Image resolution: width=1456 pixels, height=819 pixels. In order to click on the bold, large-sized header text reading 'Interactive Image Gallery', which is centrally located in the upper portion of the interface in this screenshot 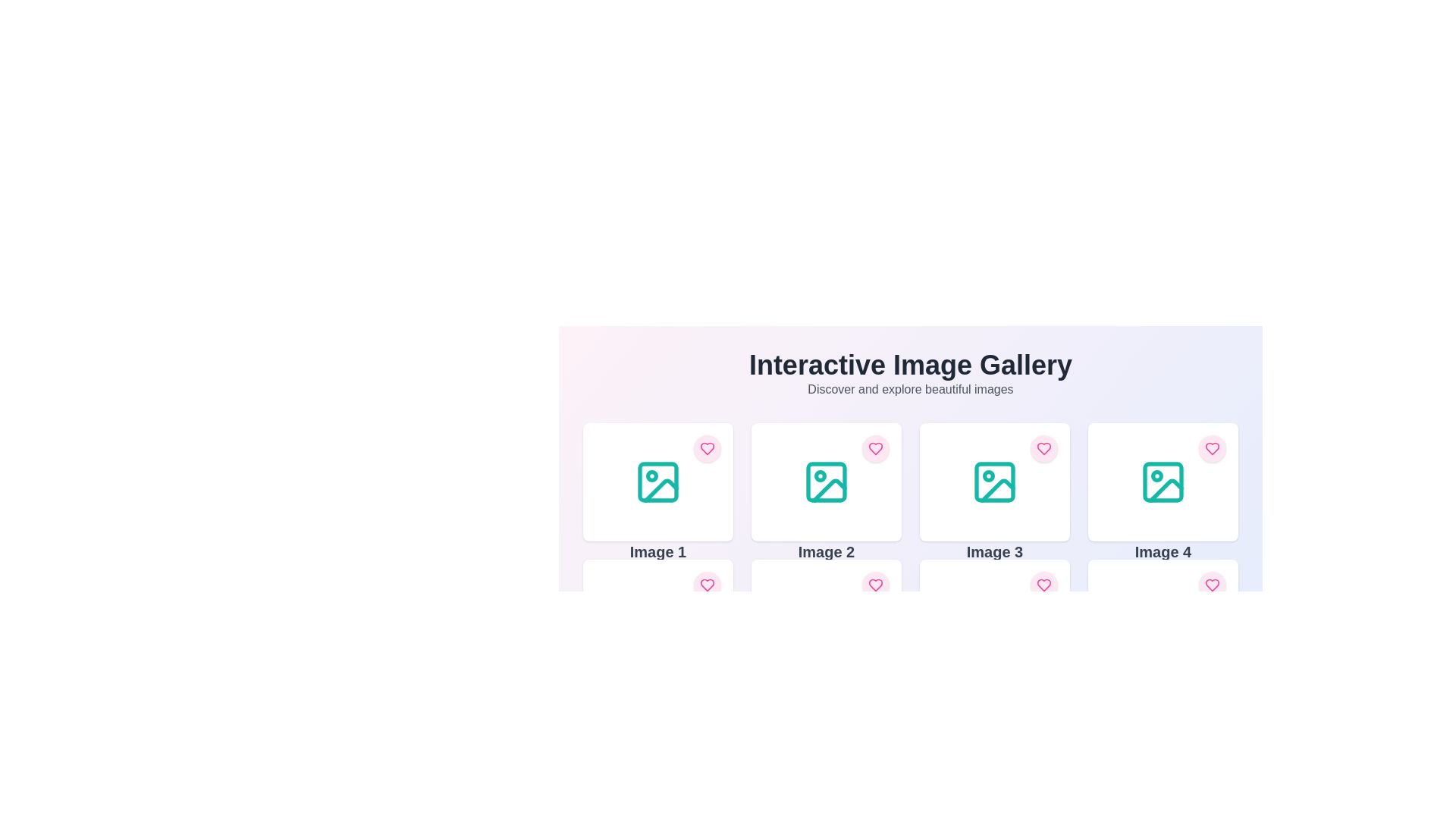, I will do `click(910, 366)`.